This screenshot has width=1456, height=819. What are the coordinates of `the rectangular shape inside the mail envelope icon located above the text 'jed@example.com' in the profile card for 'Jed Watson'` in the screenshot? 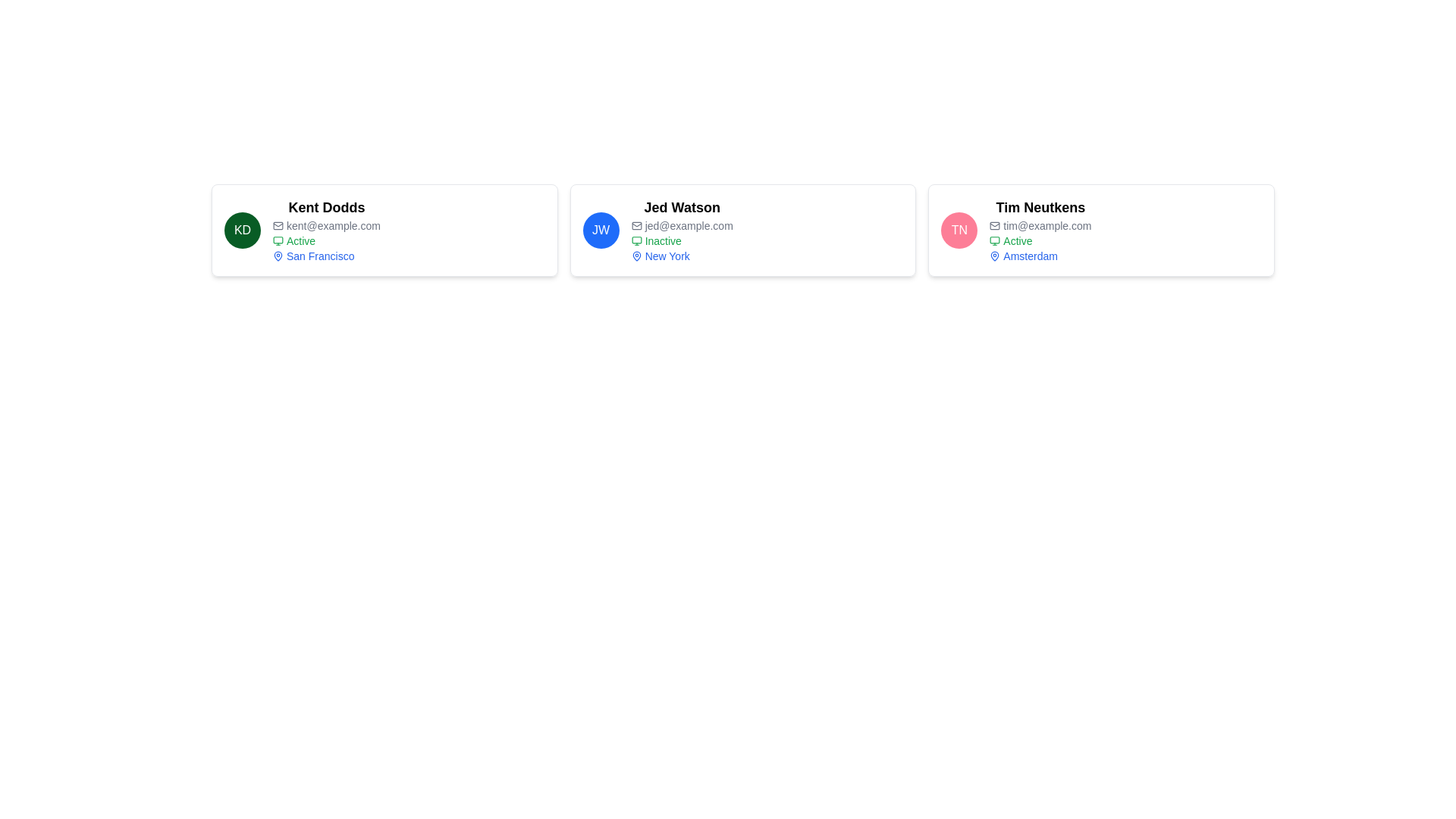 It's located at (636, 225).